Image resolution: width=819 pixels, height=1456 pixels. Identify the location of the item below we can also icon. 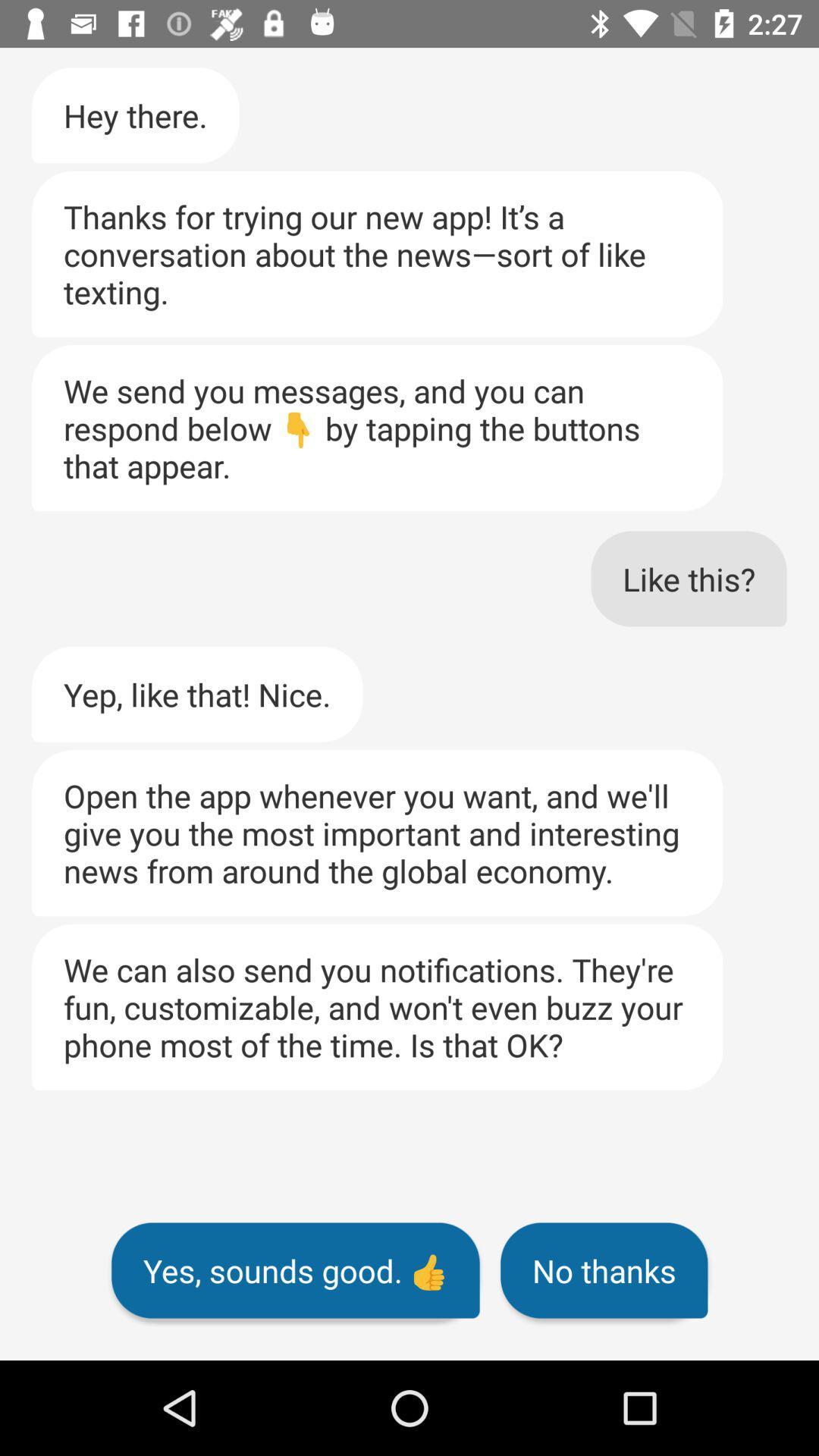
(603, 1270).